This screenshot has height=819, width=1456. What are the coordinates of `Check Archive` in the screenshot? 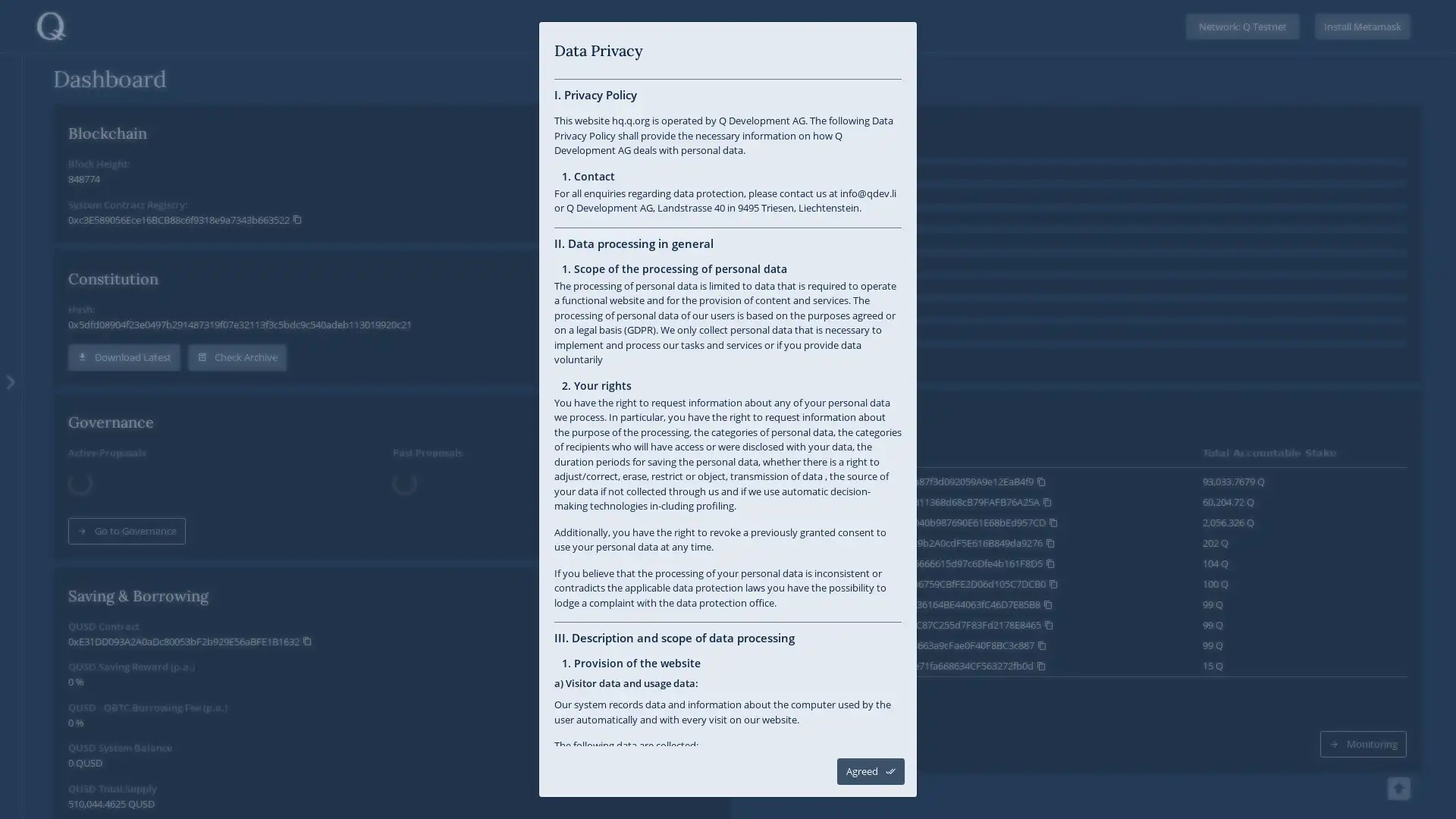 It's located at (236, 356).